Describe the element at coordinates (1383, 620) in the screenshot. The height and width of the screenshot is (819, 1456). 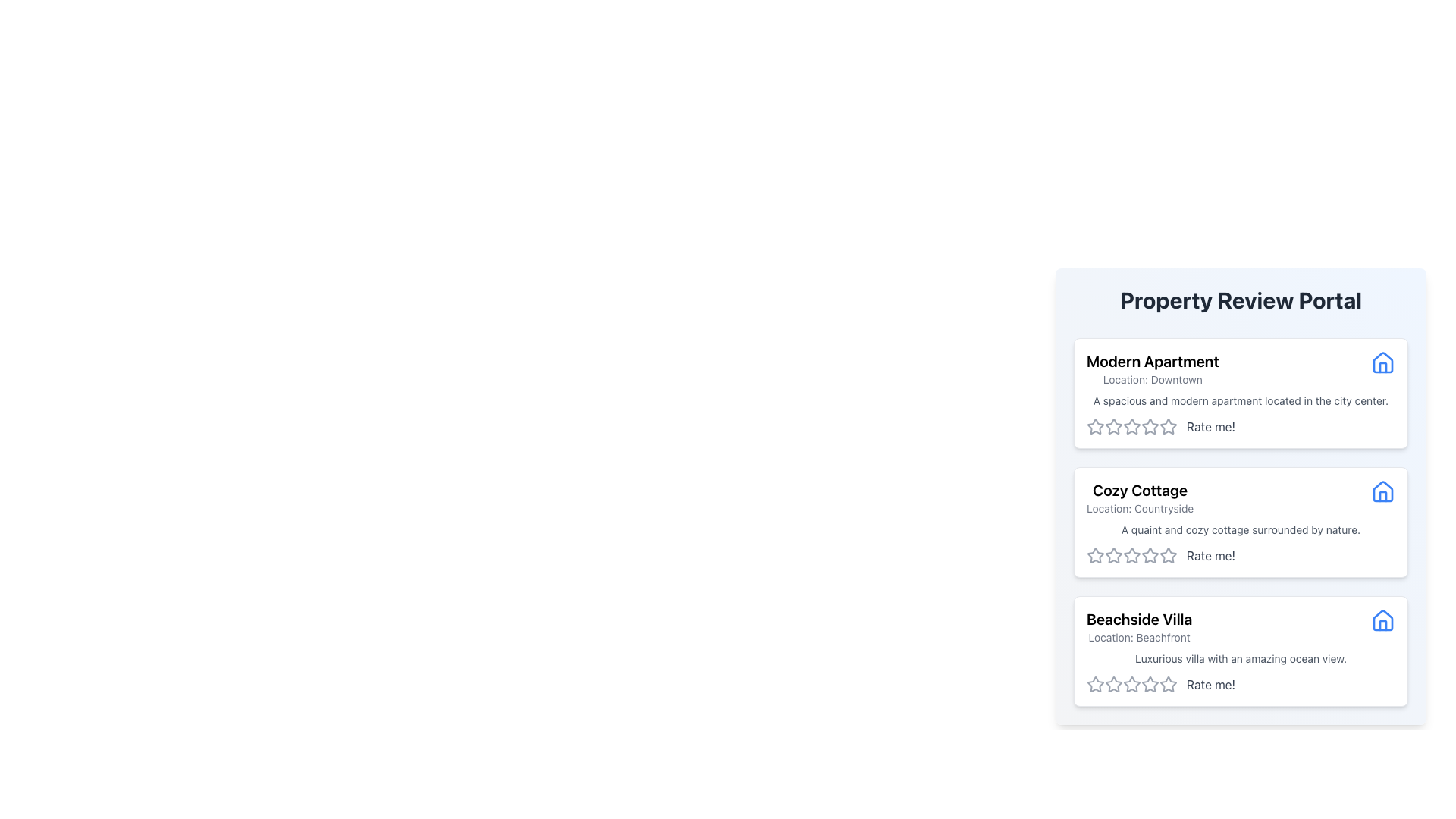
I see `the icon representing properties or locations associated with the 'Beachside Villa' entry` at that location.